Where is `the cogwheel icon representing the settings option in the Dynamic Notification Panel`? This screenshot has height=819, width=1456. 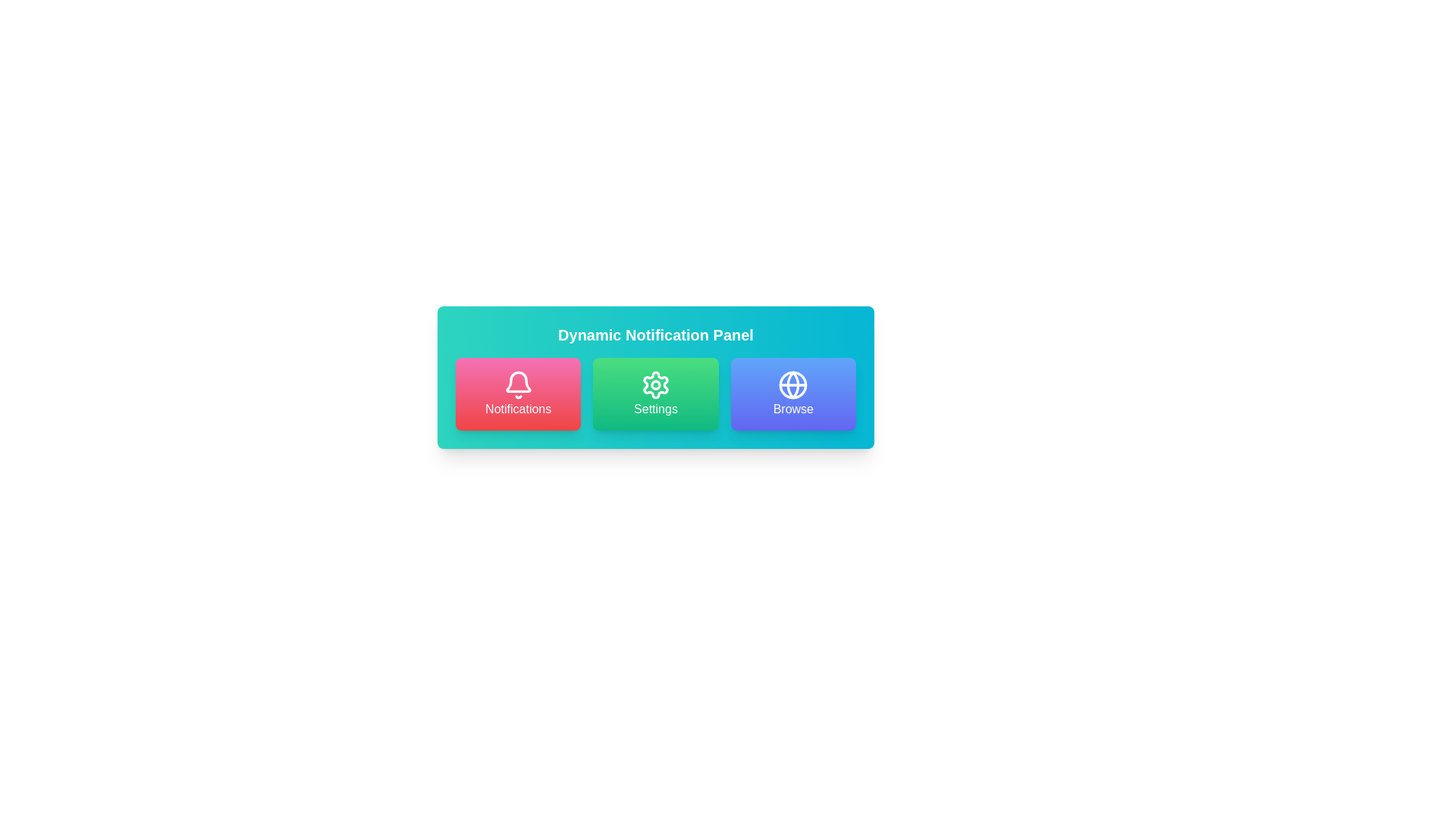 the cogwheel icon representing the settings option in the Dynamic Notification Panel is located at coordinates (655, 384).